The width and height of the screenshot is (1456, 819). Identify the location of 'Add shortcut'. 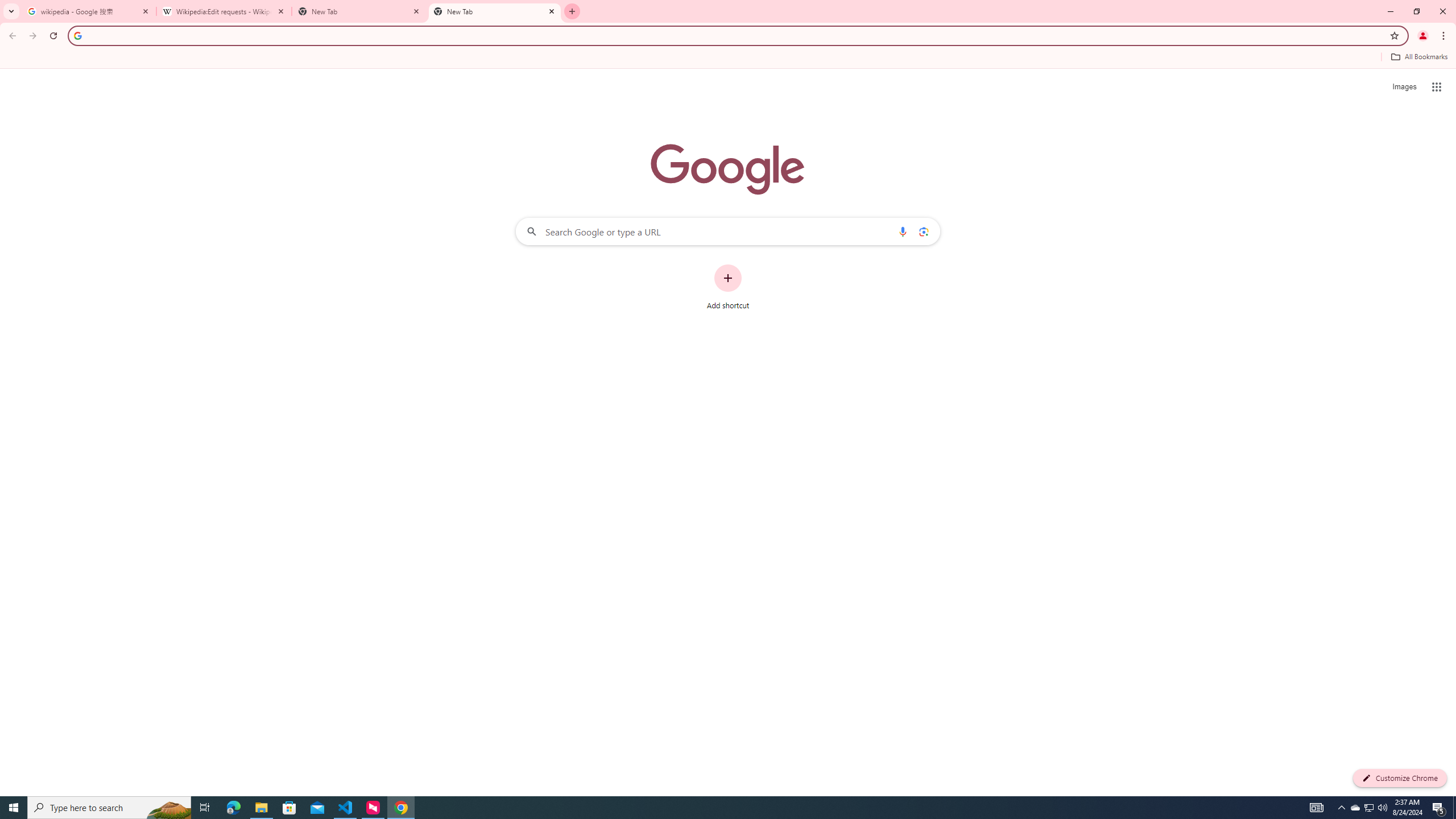
(728, 287).